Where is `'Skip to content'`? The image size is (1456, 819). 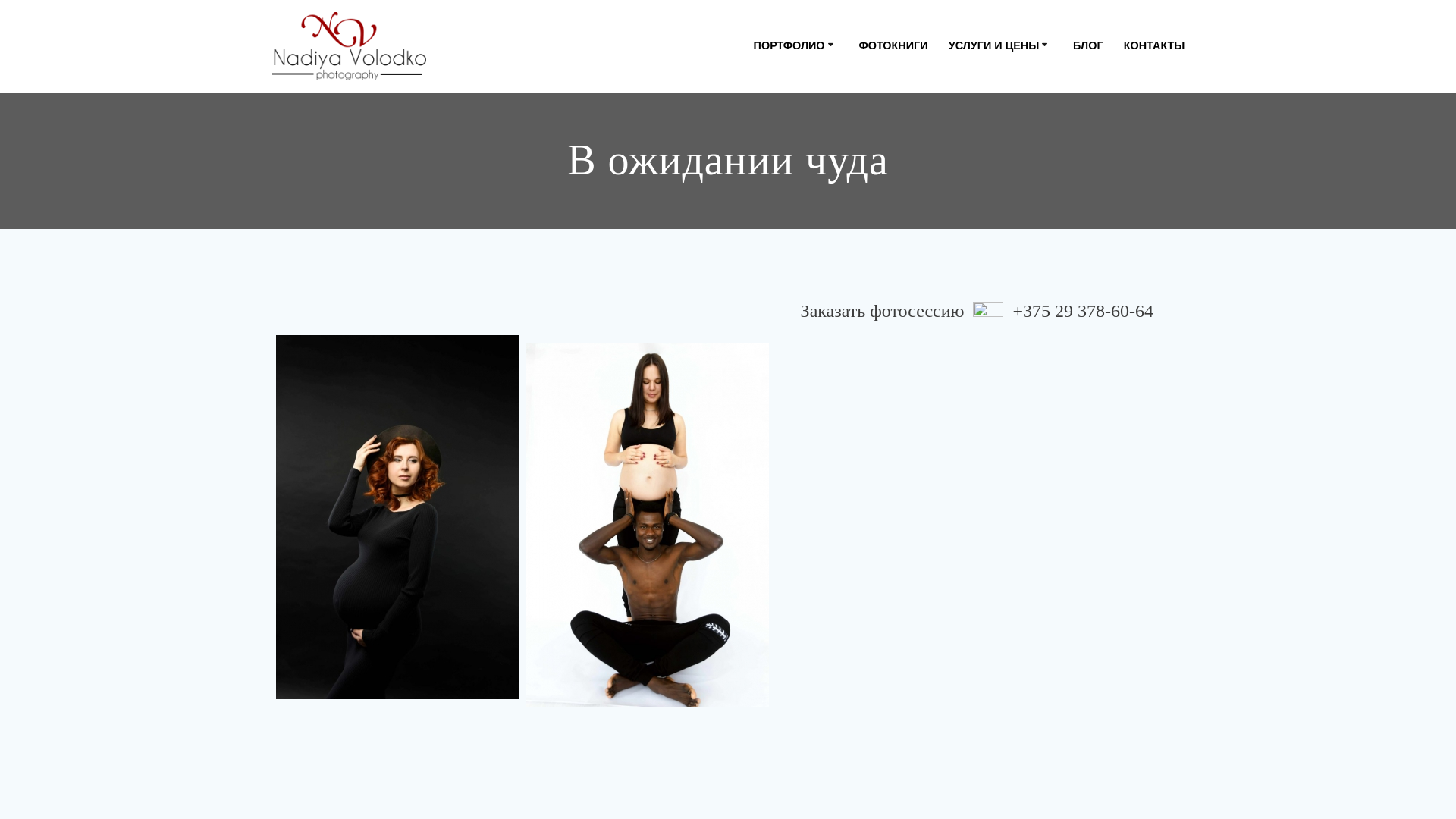
'Skip to content' is located at coordinates (0, 0).